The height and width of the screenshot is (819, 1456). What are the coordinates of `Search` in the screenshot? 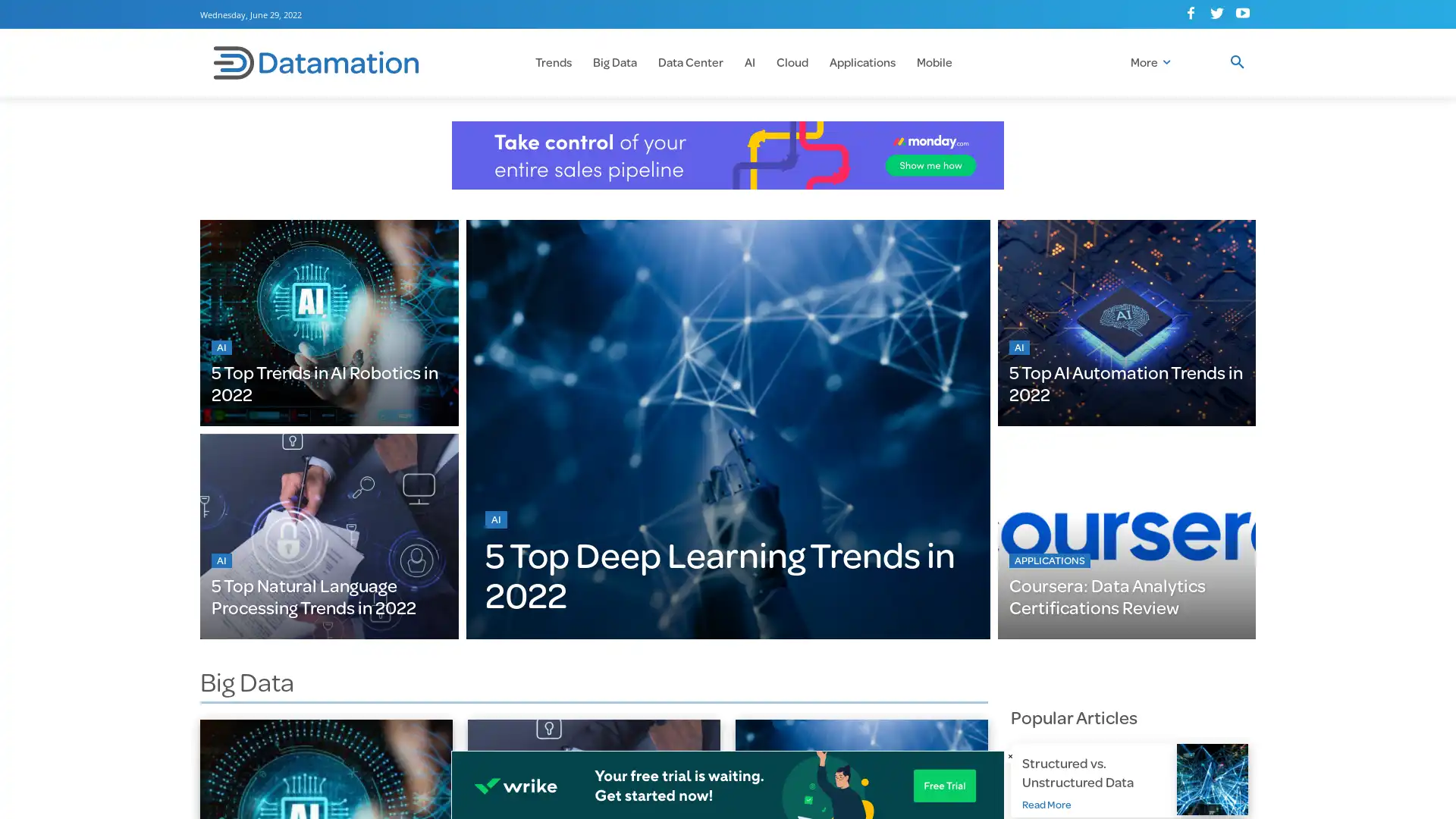 It's located at (1237, 62).